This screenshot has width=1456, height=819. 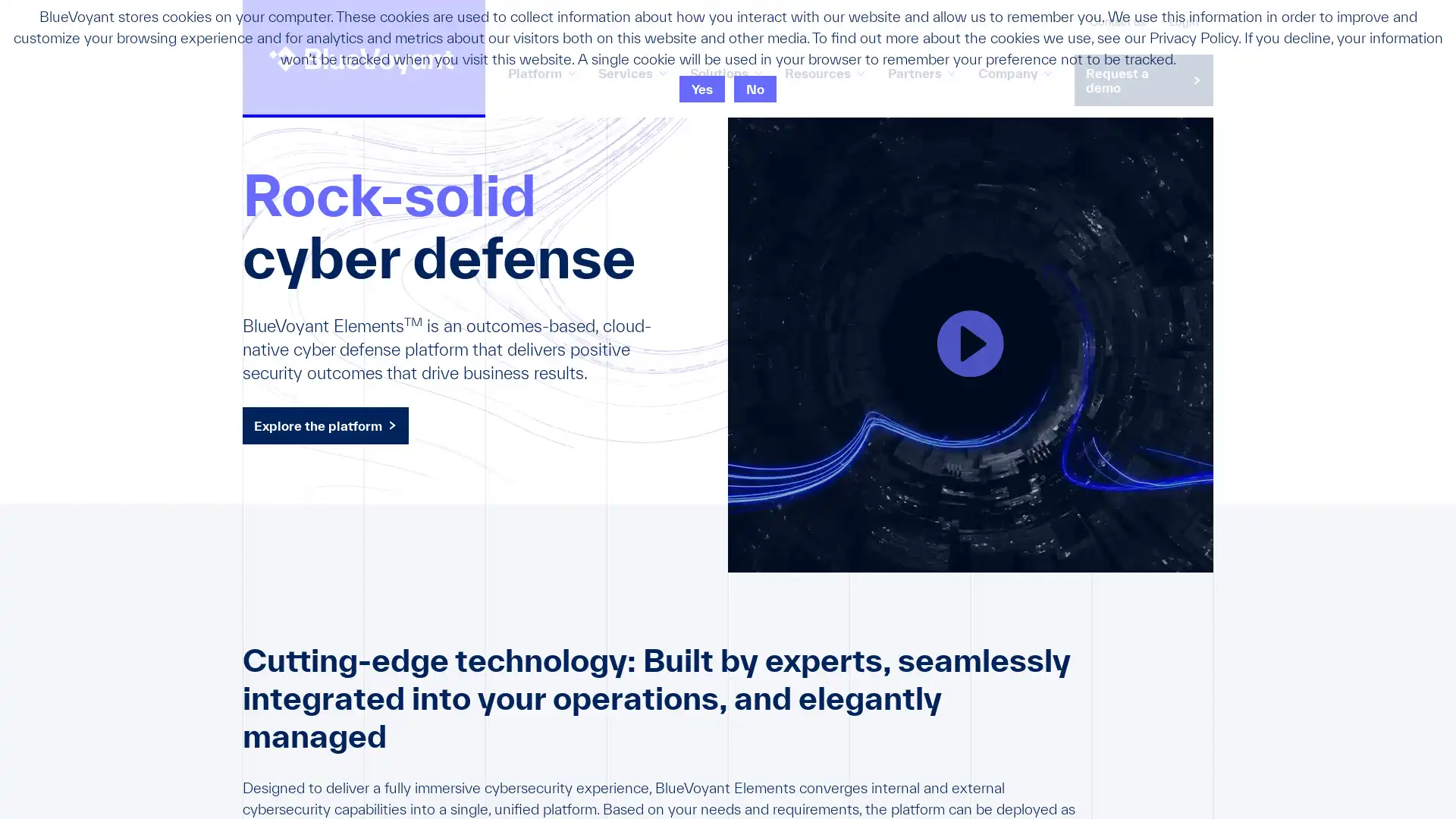 What do you see at coordinates (1015, 72) in the screenshot?
I see `Company Open Company` at bounding box center [1015, 72].